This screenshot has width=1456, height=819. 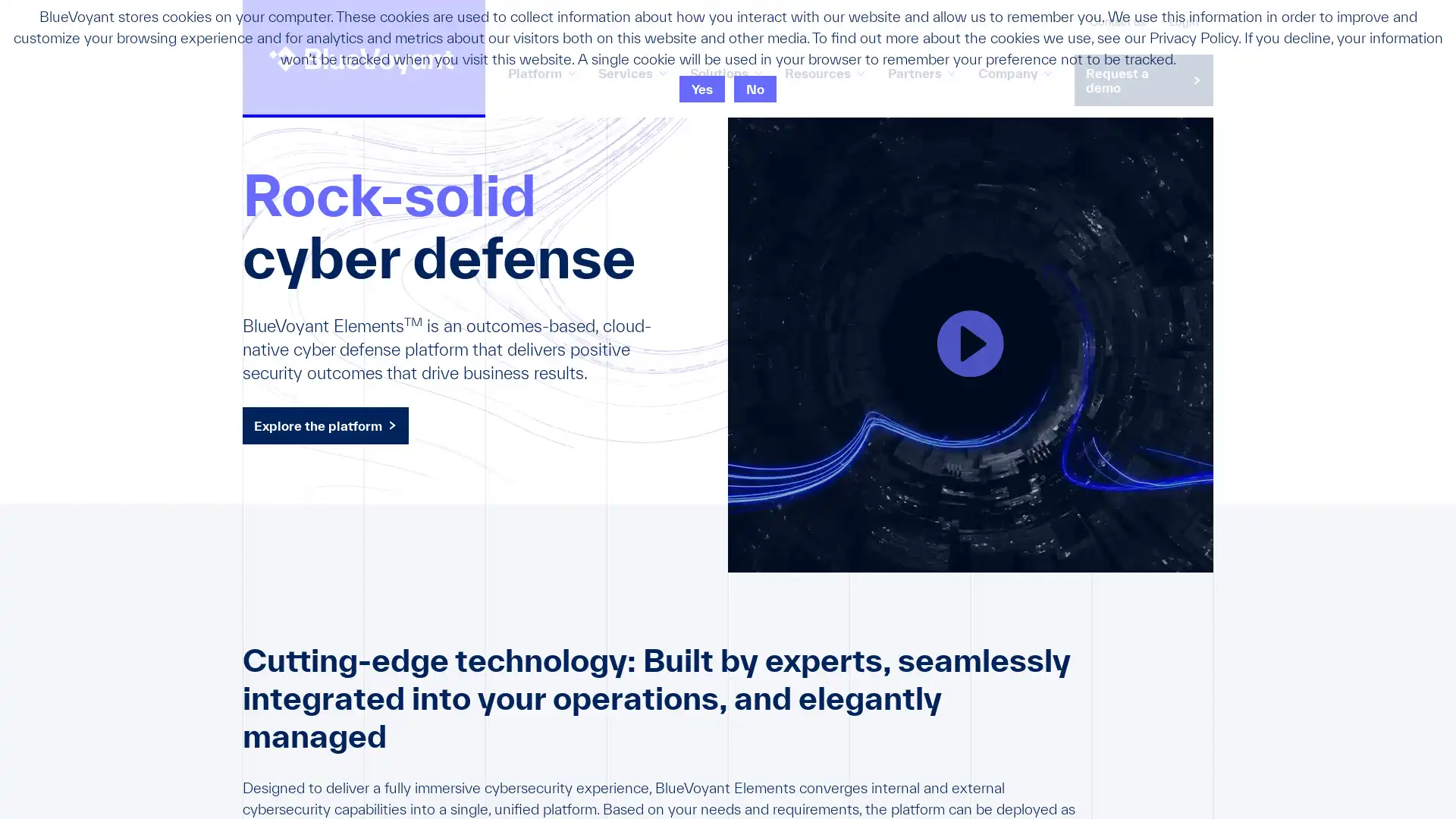 What do you see at coordinates (1015, 72) in the screenshot?
I see `Company Open Company` at bounding box center [1015, 72].